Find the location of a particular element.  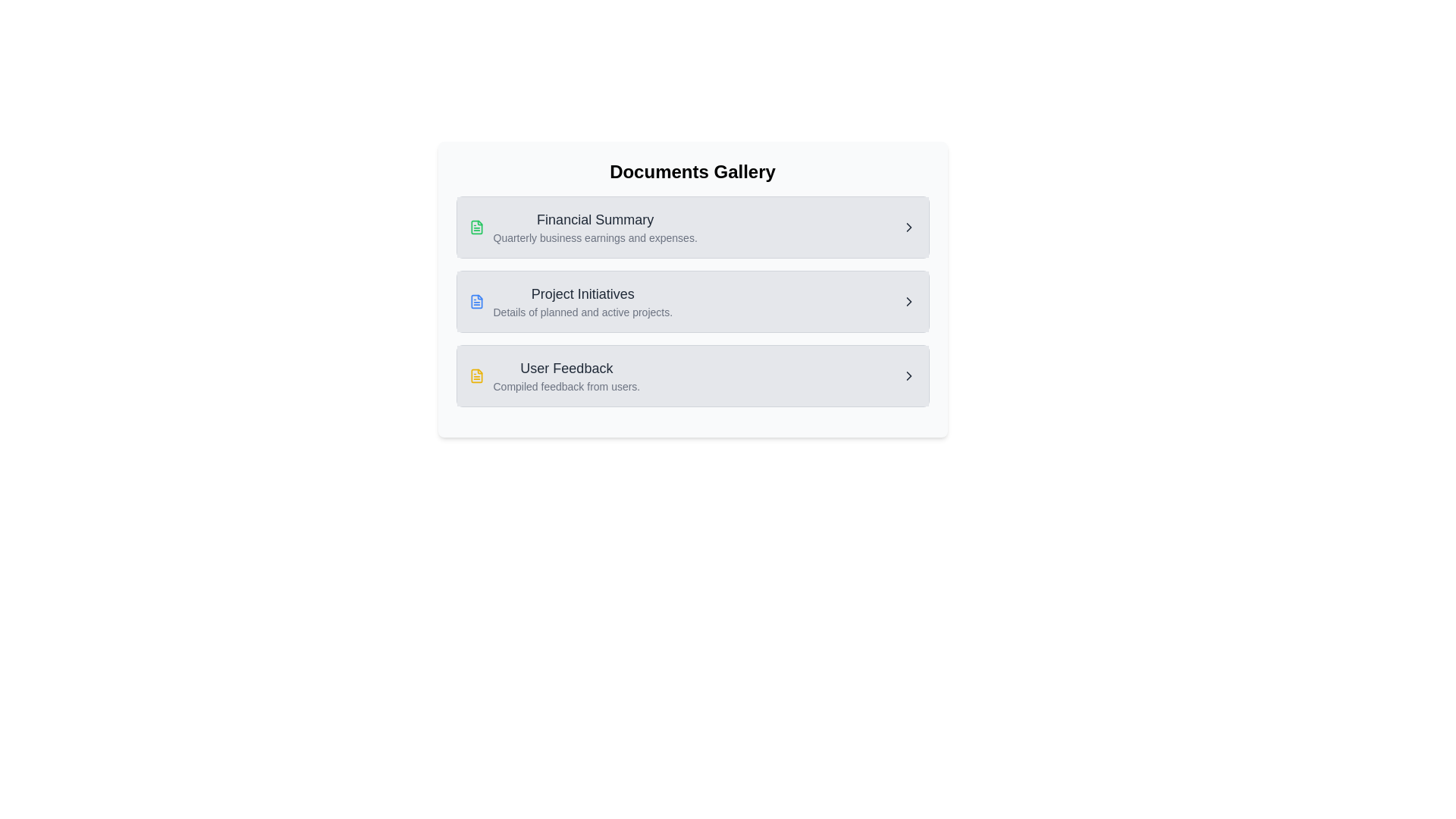

the List item in the navigation menu labeled 'Project Initiatives' is located at coordinates (692, 301).